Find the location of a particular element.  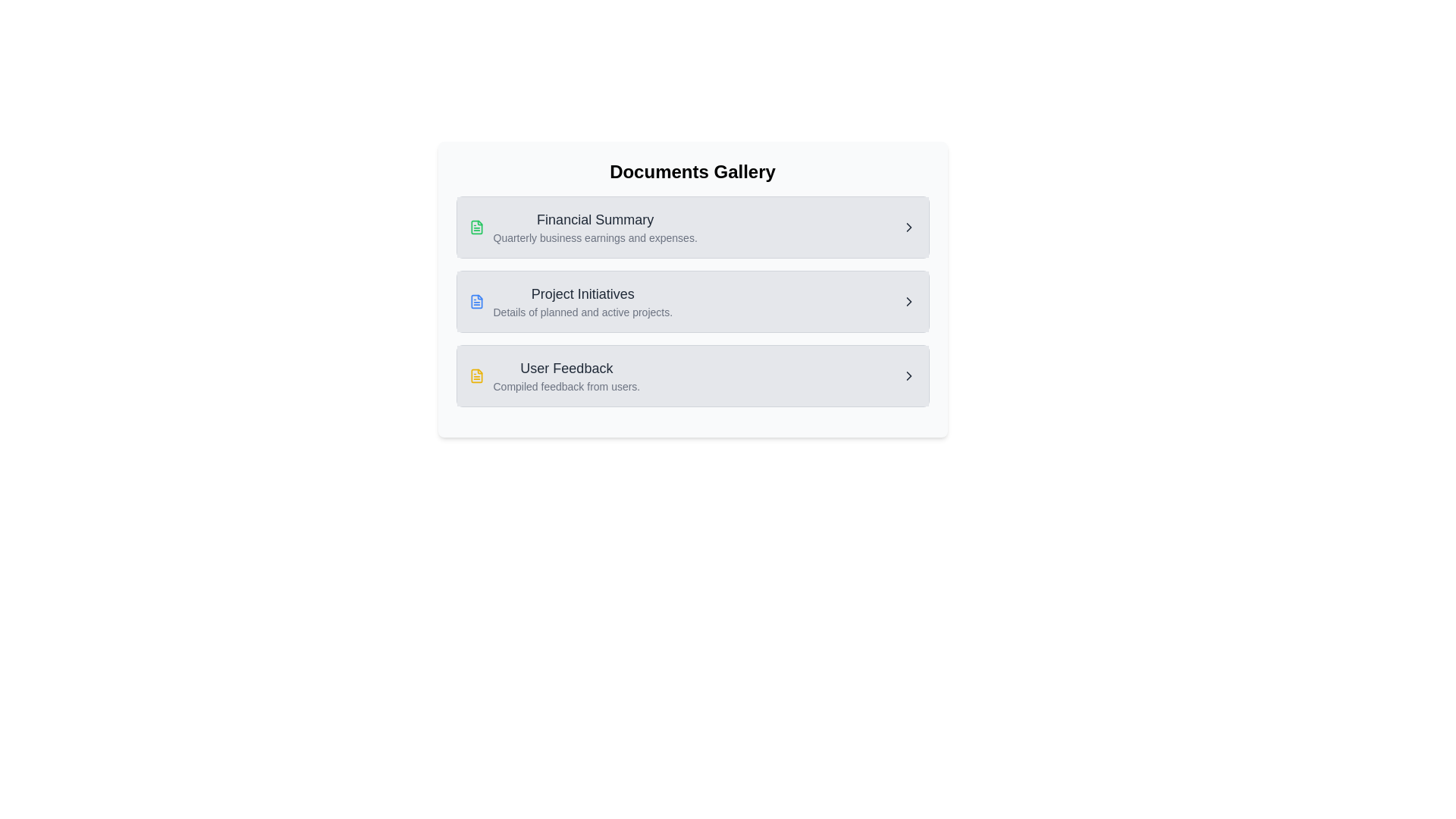

the List item in the navigation menu labeled 'Project Initiatives' is located at coordinates (692, 301).